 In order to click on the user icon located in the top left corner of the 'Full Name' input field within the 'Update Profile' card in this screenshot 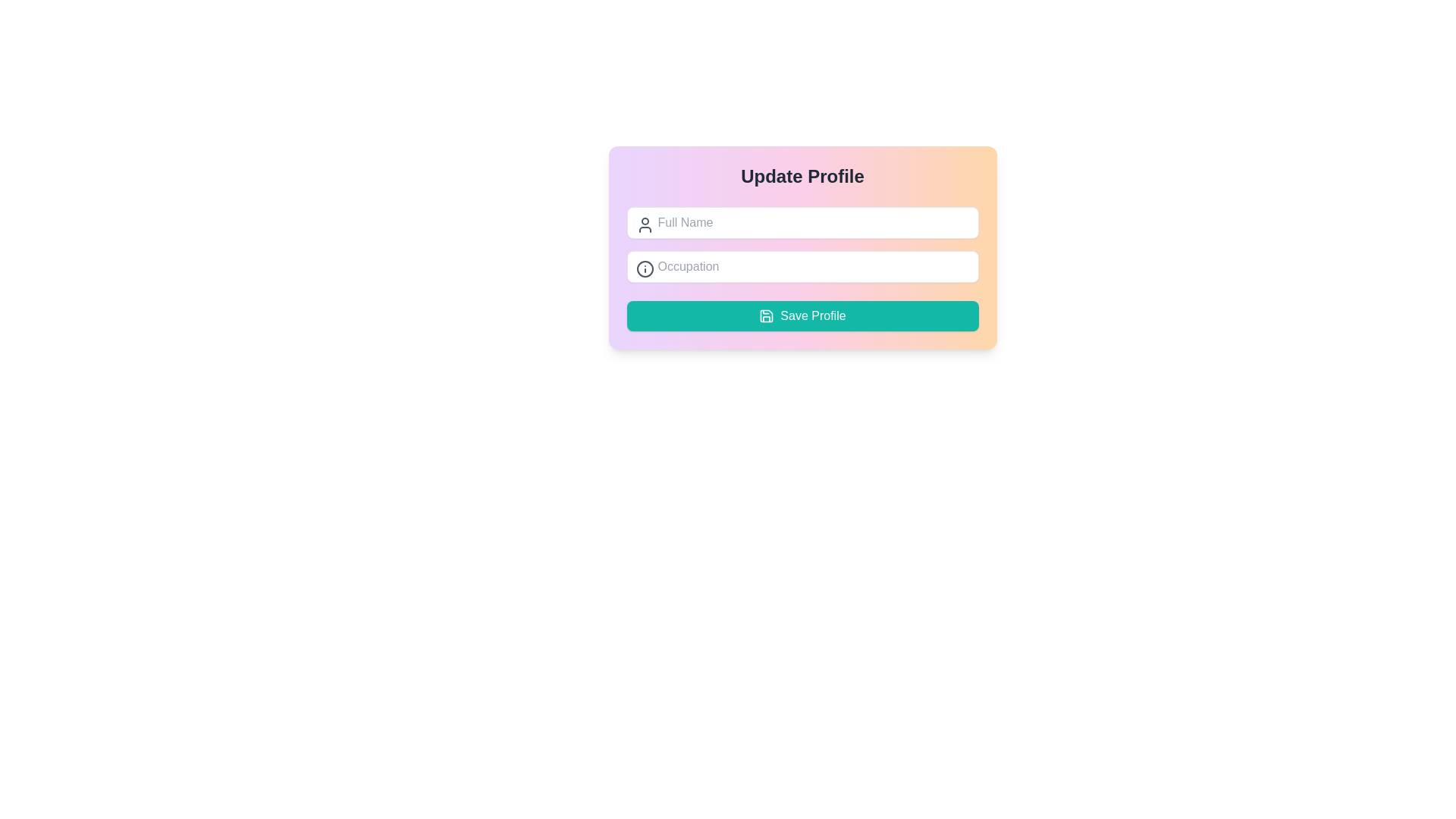, I will do `click(645, 225)`.